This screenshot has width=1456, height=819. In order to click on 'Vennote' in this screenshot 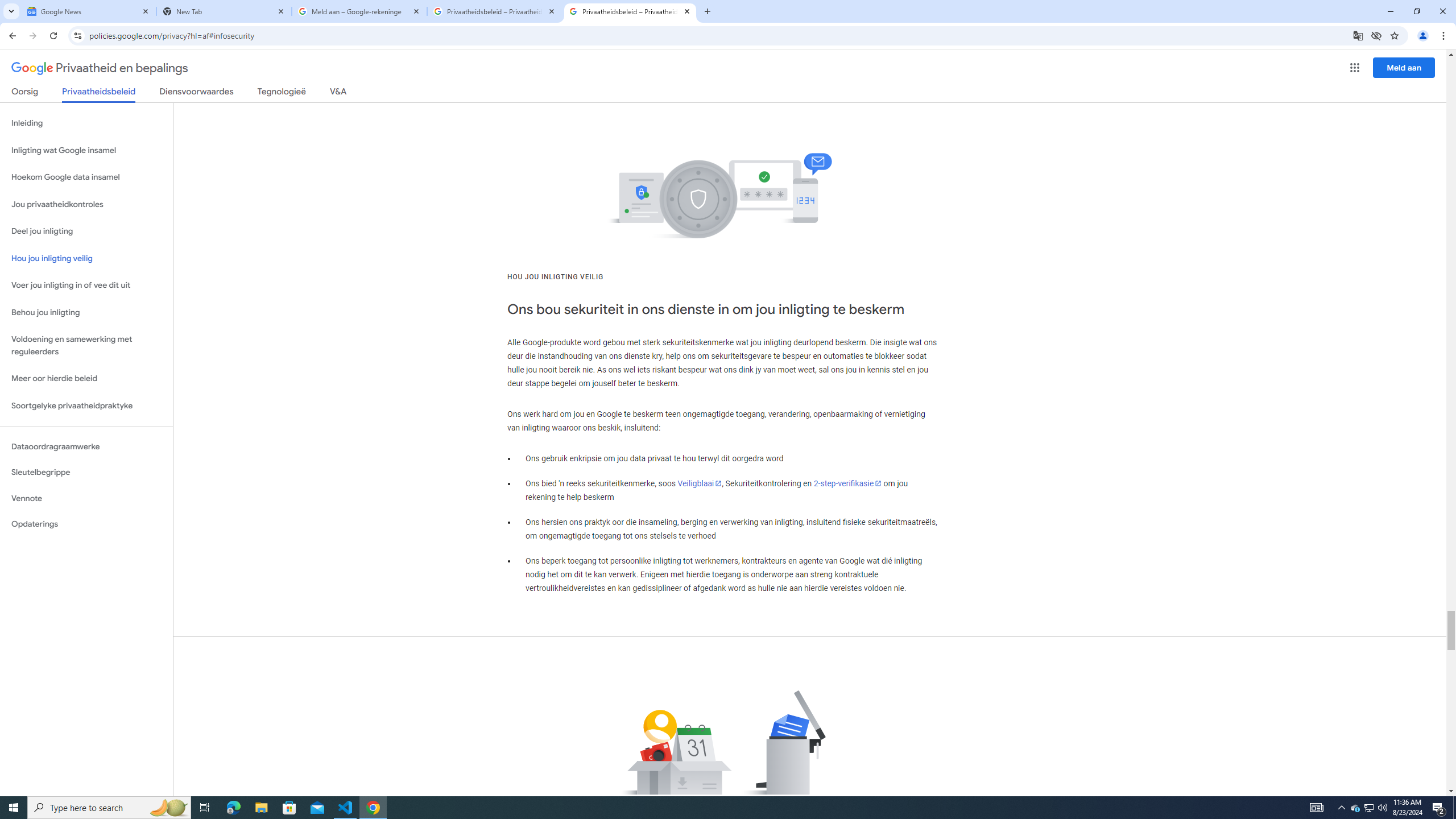, I will do `click(86, 498)`.